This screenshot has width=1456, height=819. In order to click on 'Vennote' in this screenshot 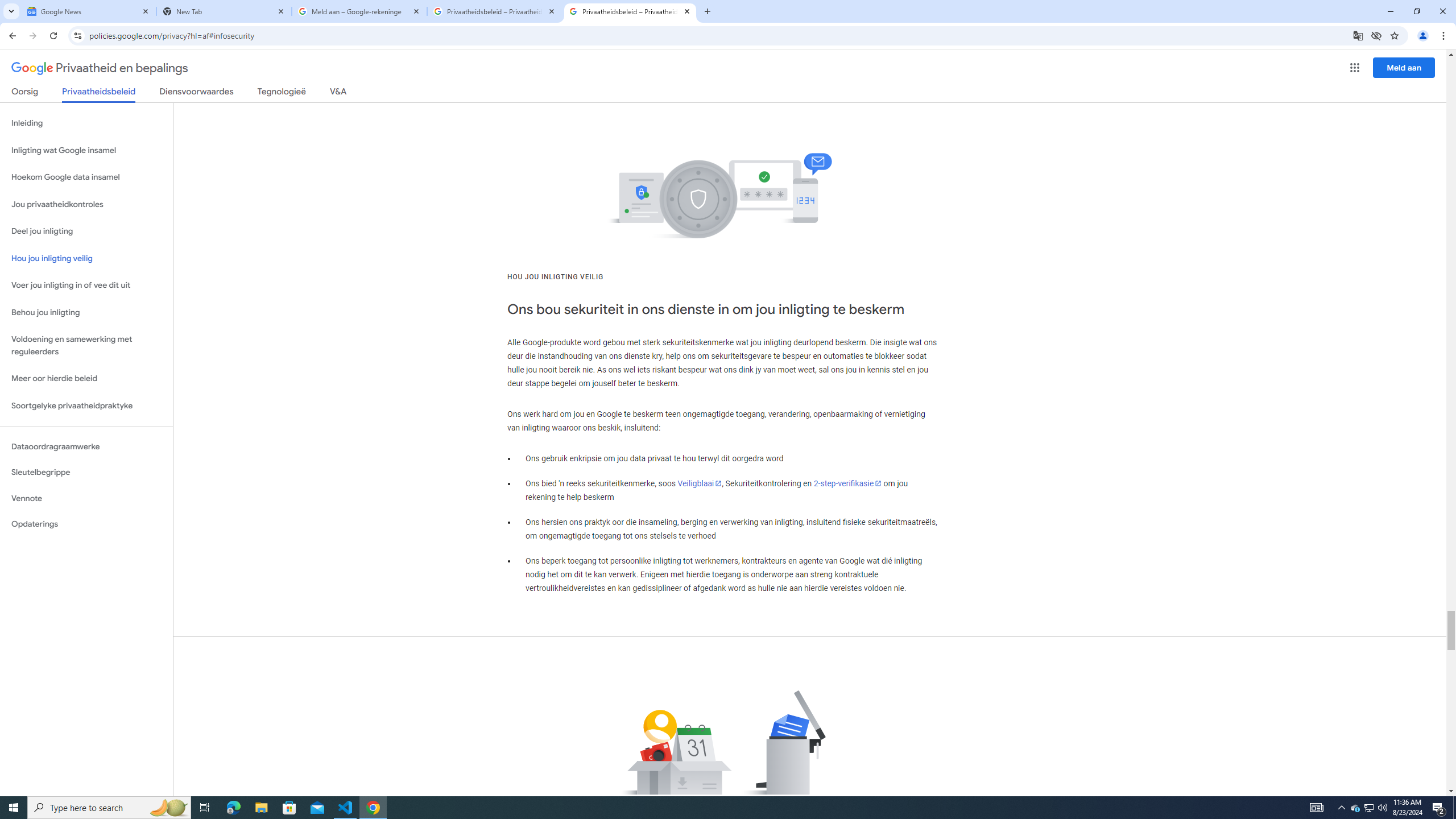, I will do `click(86, 498)`.